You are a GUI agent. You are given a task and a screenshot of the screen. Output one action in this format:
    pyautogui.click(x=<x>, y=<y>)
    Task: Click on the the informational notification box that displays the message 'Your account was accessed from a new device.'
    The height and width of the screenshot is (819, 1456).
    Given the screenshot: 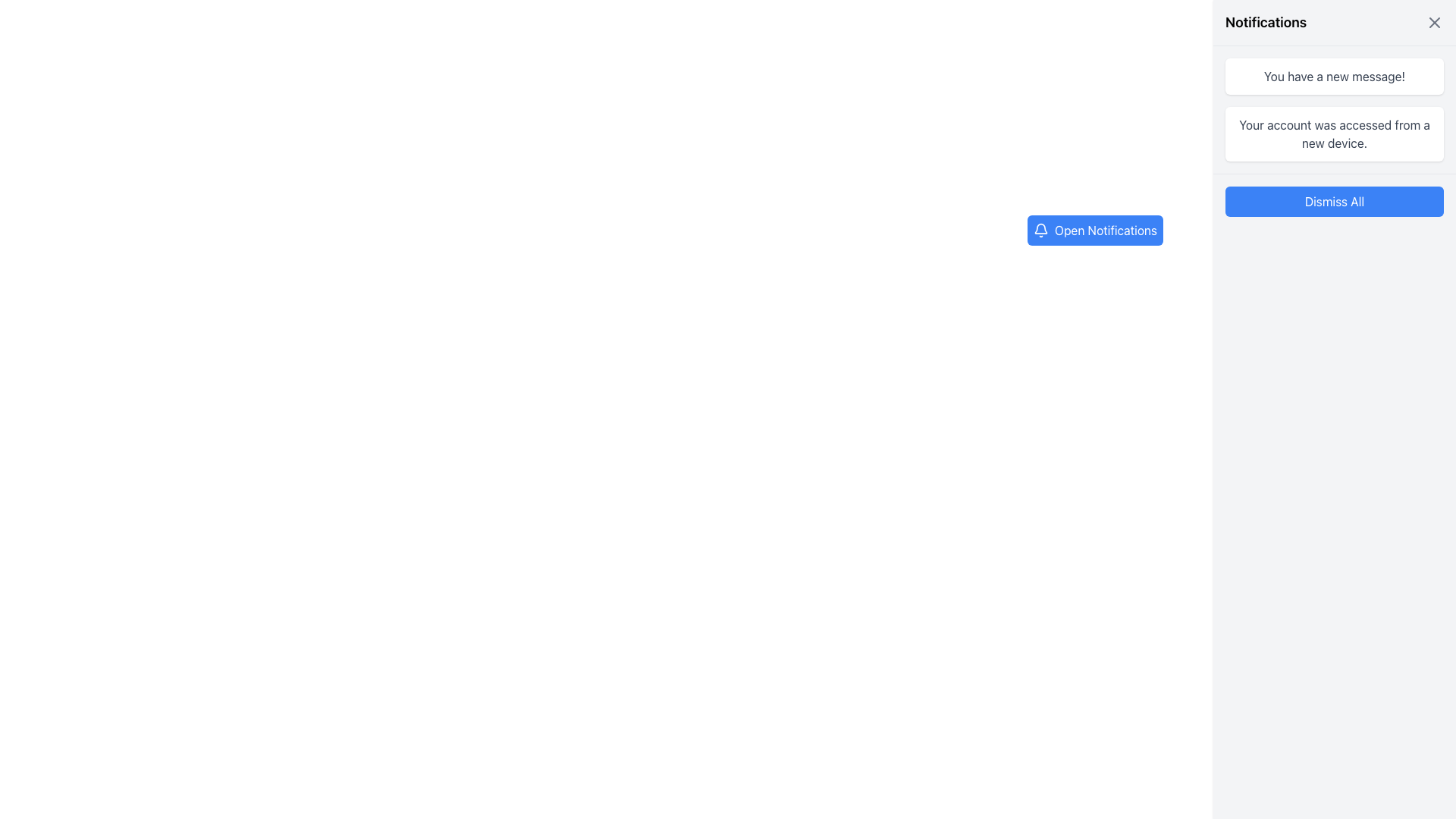 What is the action you would take?
    pyautogui.click(x=1335, y=133)
    